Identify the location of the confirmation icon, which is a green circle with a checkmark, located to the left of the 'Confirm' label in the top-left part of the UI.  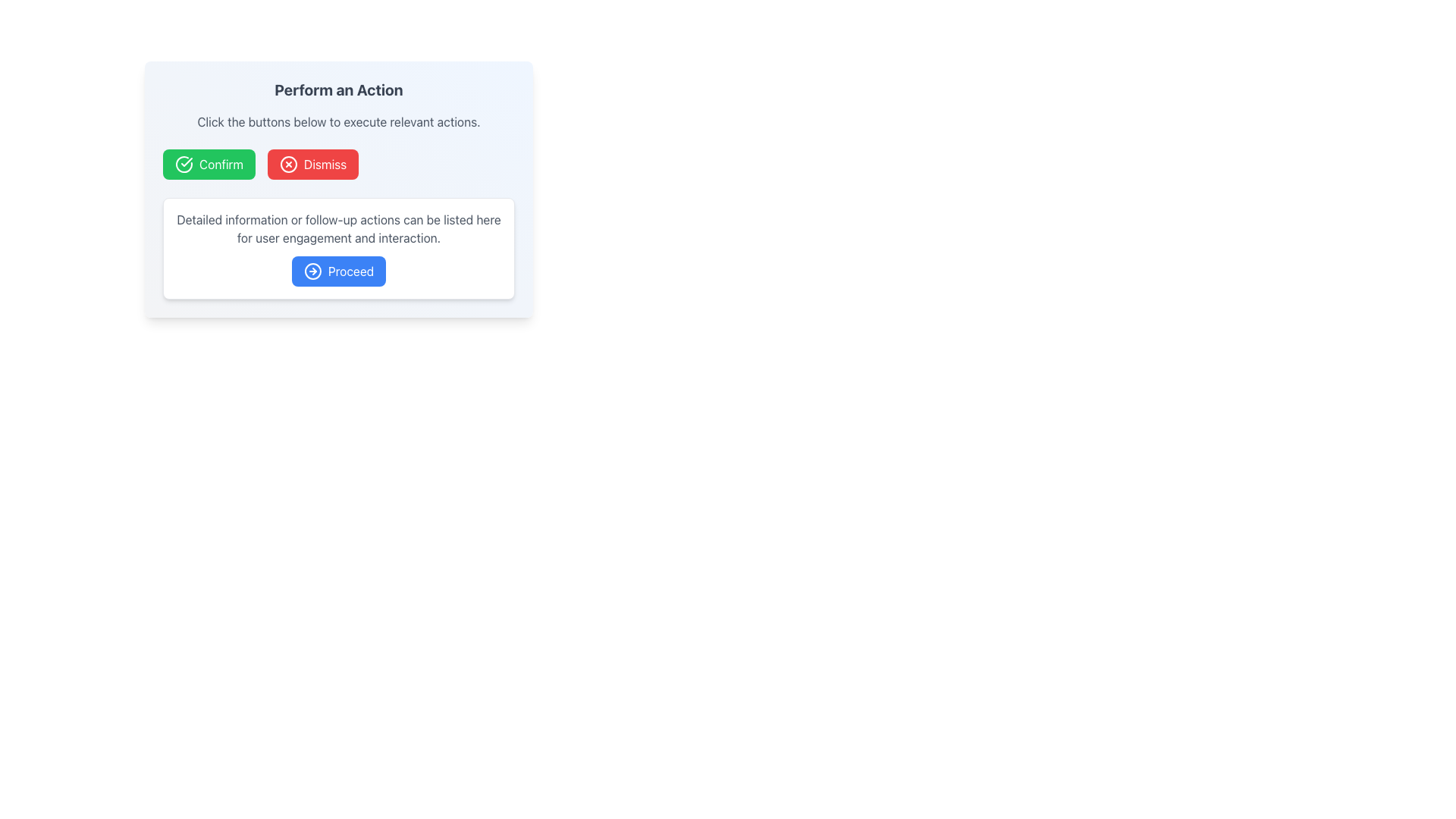
(184, 164).